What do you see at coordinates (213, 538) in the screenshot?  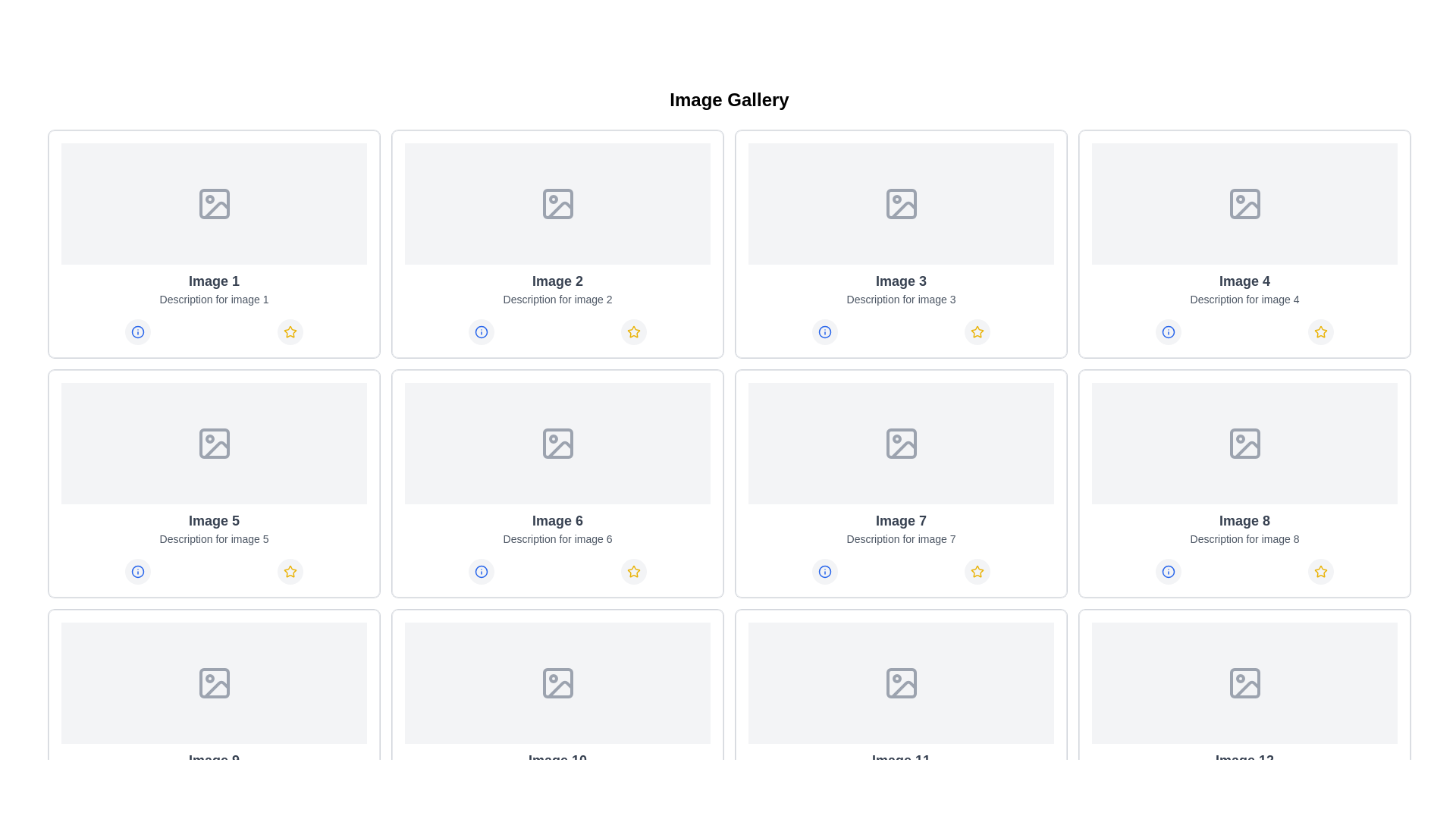 I see `the text label displaying 'Description for image 5', which is styled with a small font size and gray color, located beneath the title text 'Image 5' in the card representing the fifth image` at bounding box center [213, 538].